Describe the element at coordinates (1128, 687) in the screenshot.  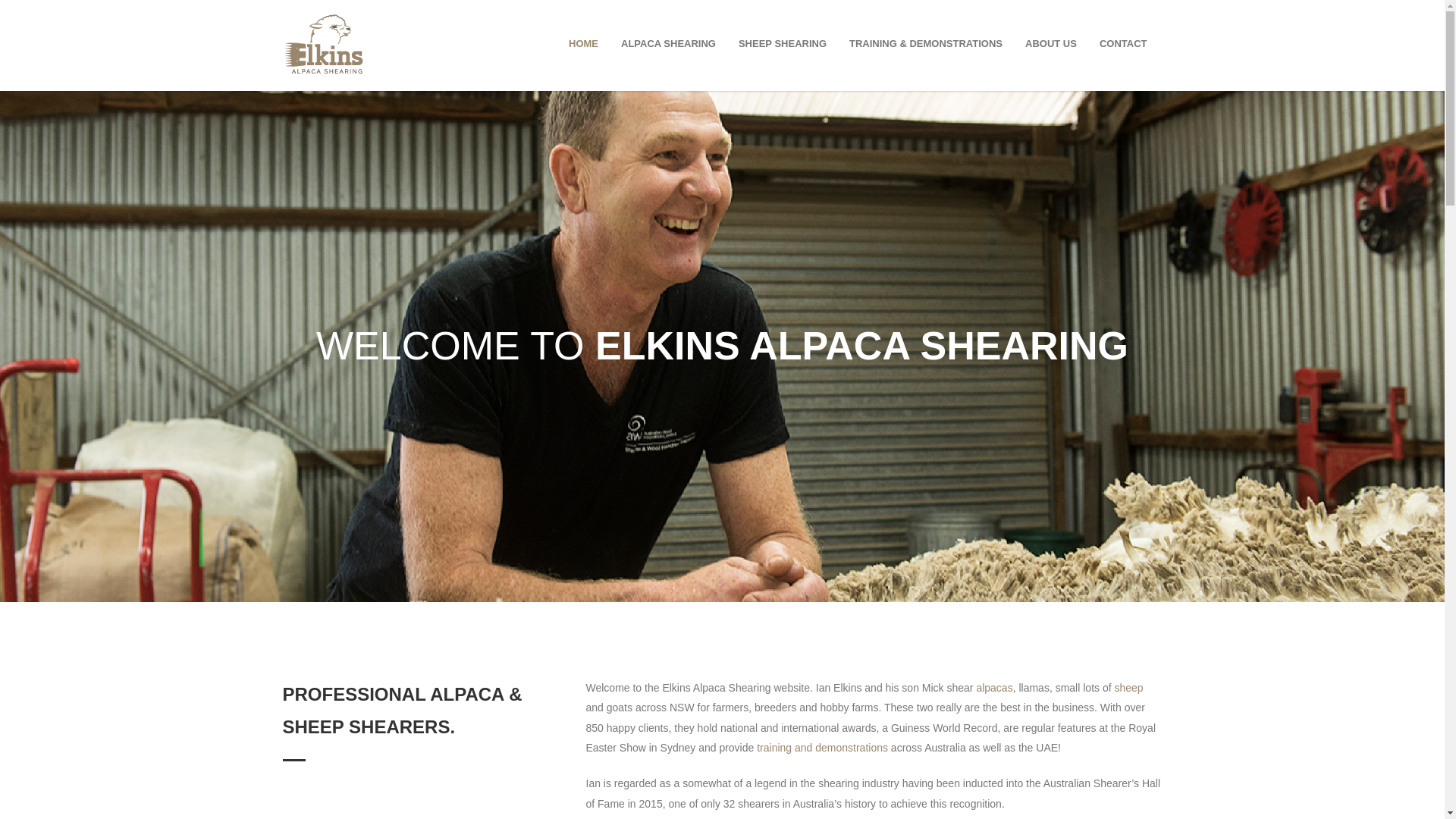
I see `'sheep'` at that location.